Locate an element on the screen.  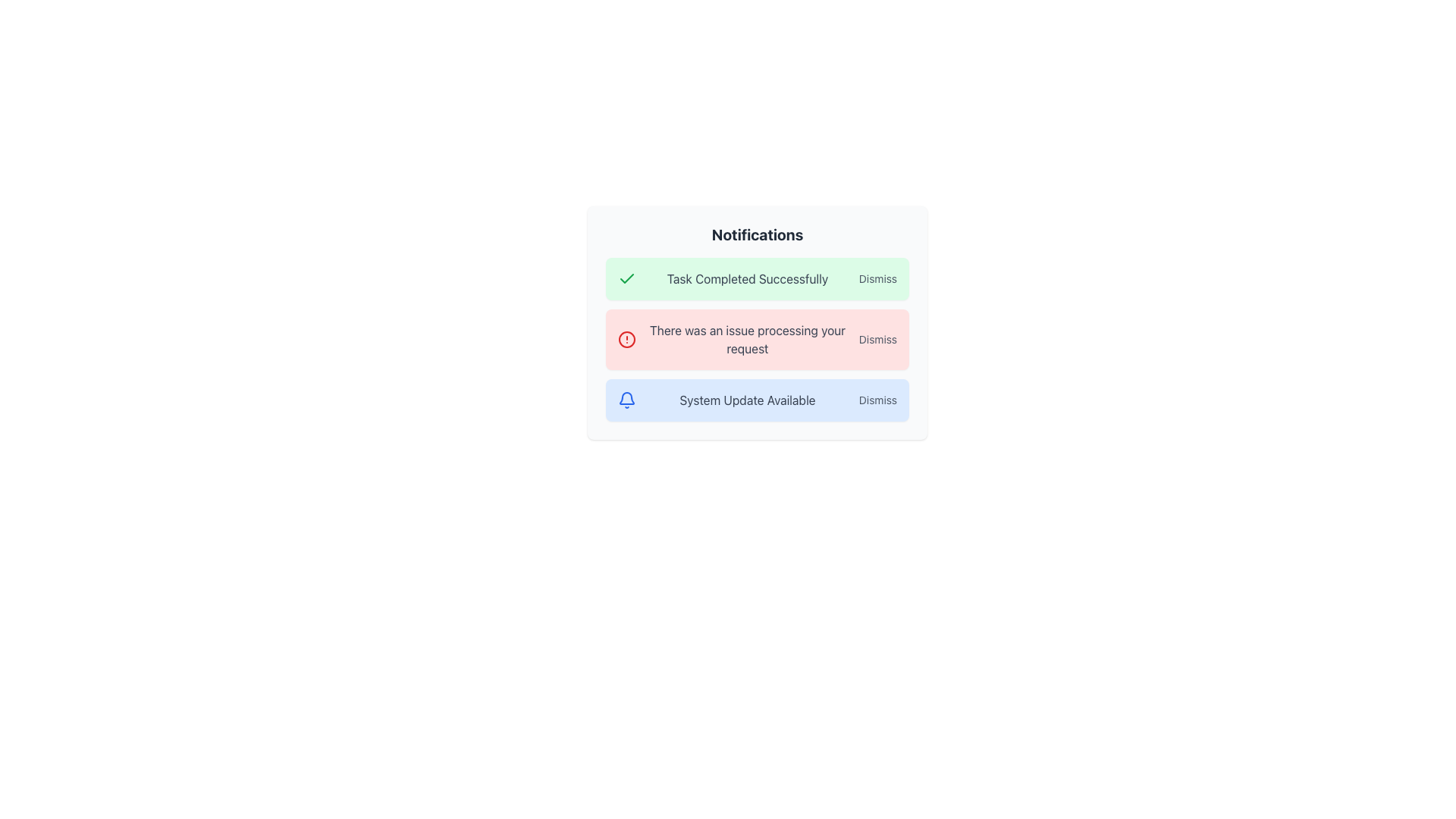
the dismiss button located at the far right of the blue rounded rectangle notification for the system update to change its color is located at coordinates (877, 400).